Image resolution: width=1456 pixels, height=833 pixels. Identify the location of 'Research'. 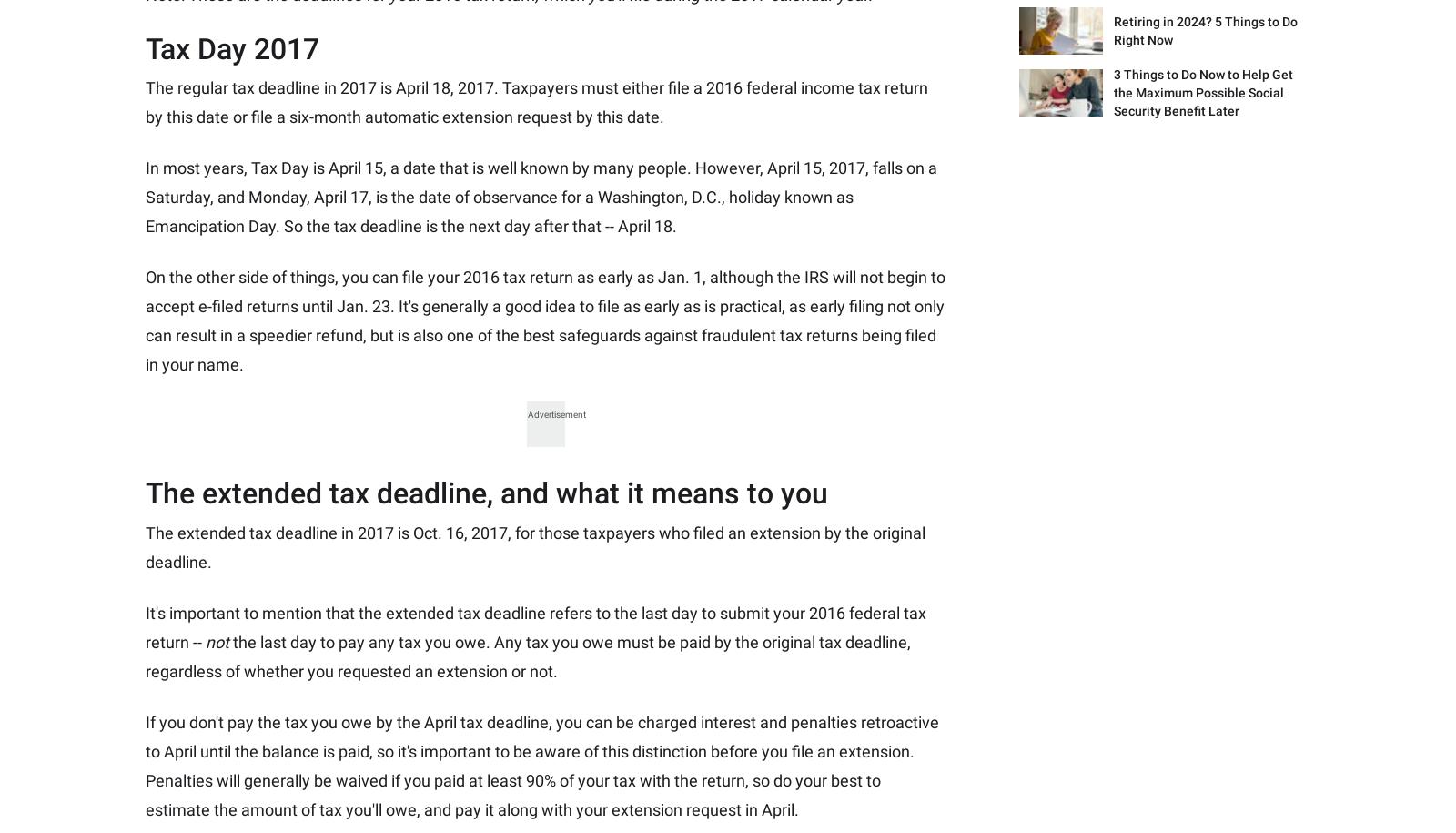
(476, 279).